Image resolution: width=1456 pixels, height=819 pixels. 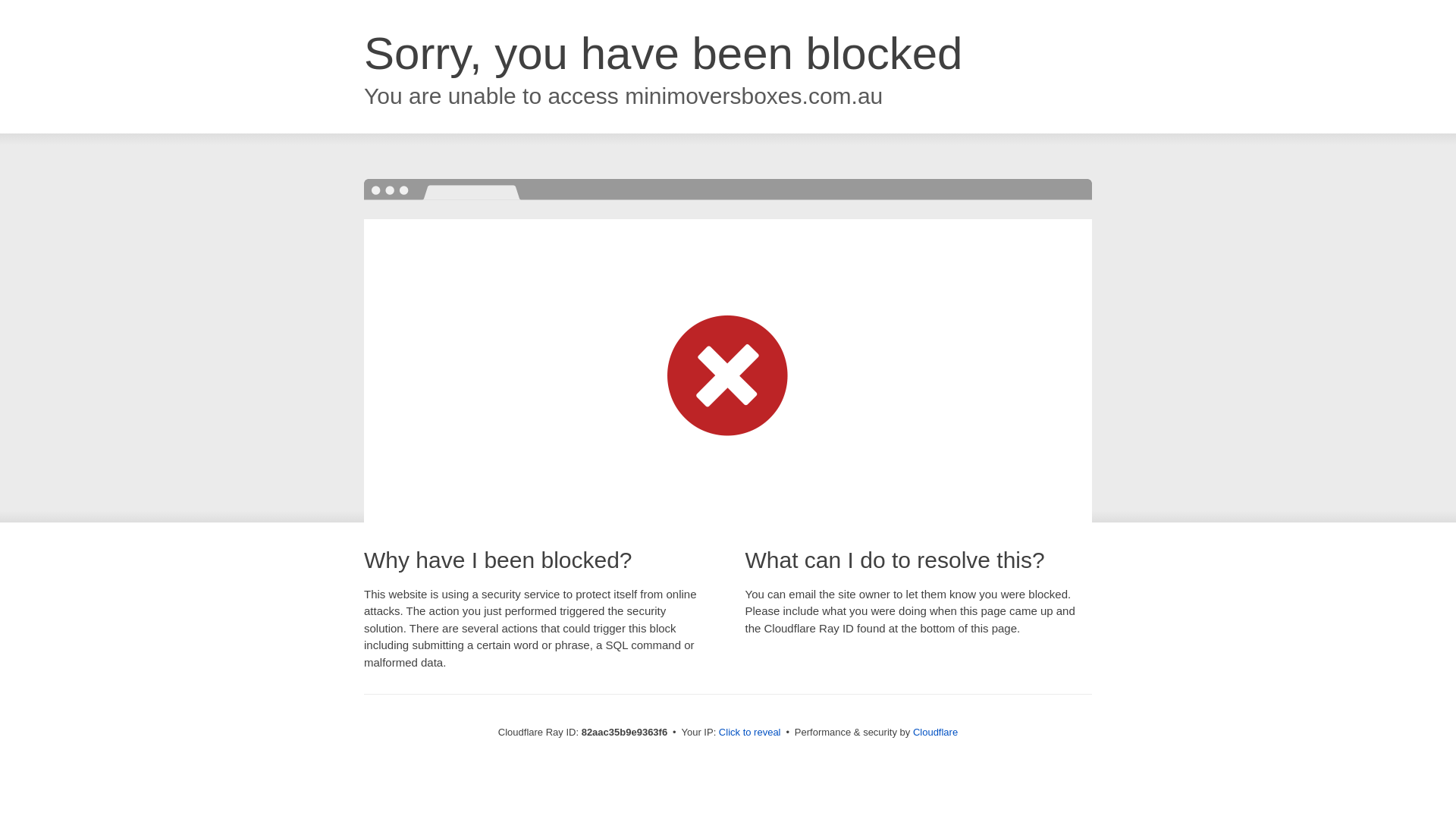 What do you see at coordinates (749, 731) in the screenshot?
I see `'Click to reveal'` at bounding box center [749, 731].